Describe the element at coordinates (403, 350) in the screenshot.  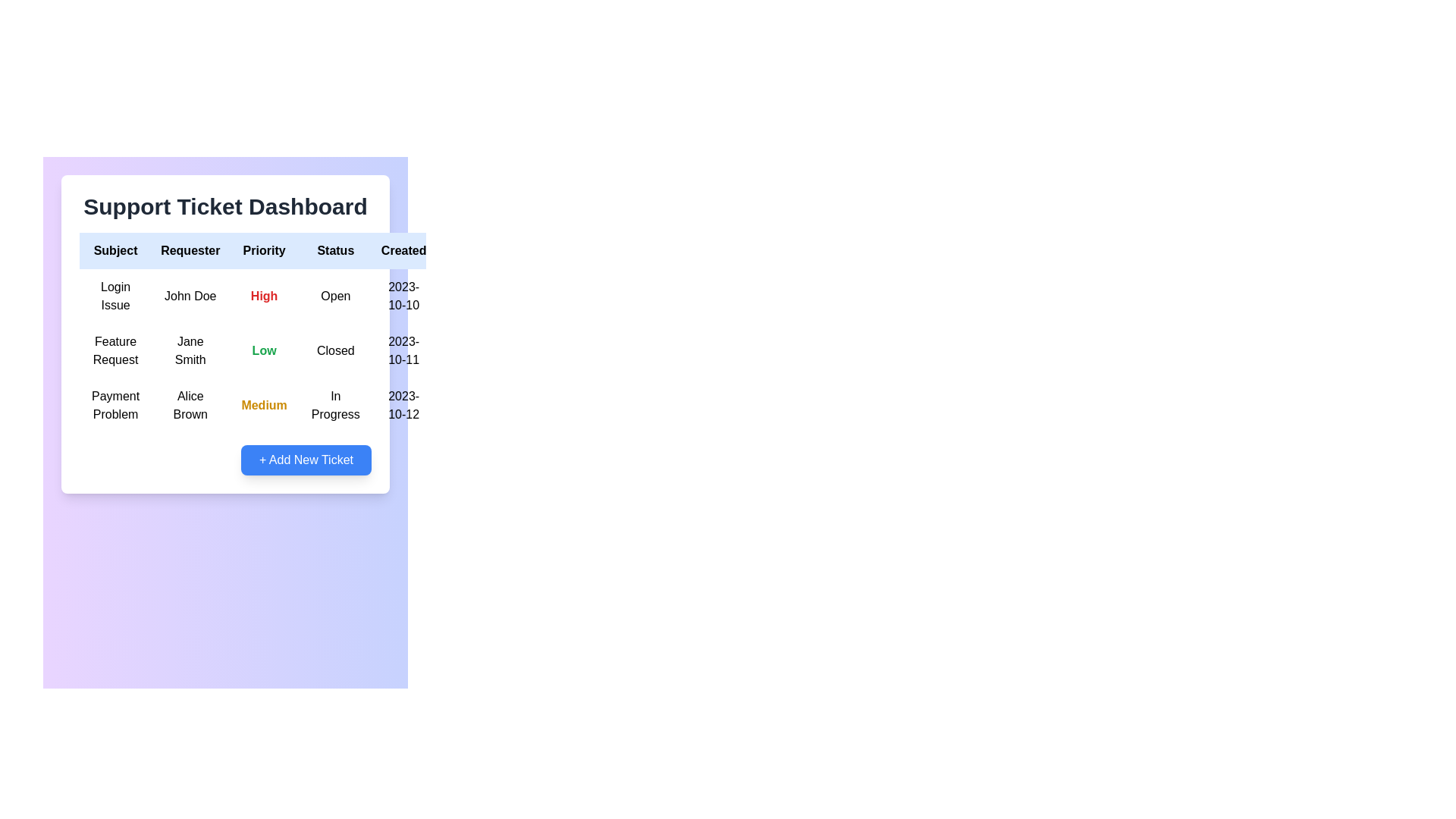
I see `the text display showing the date '2023-10-11' in the last column under the 'Created' header of the table, which is aligned with the 'Feature Request' entry in the second row` at that location.